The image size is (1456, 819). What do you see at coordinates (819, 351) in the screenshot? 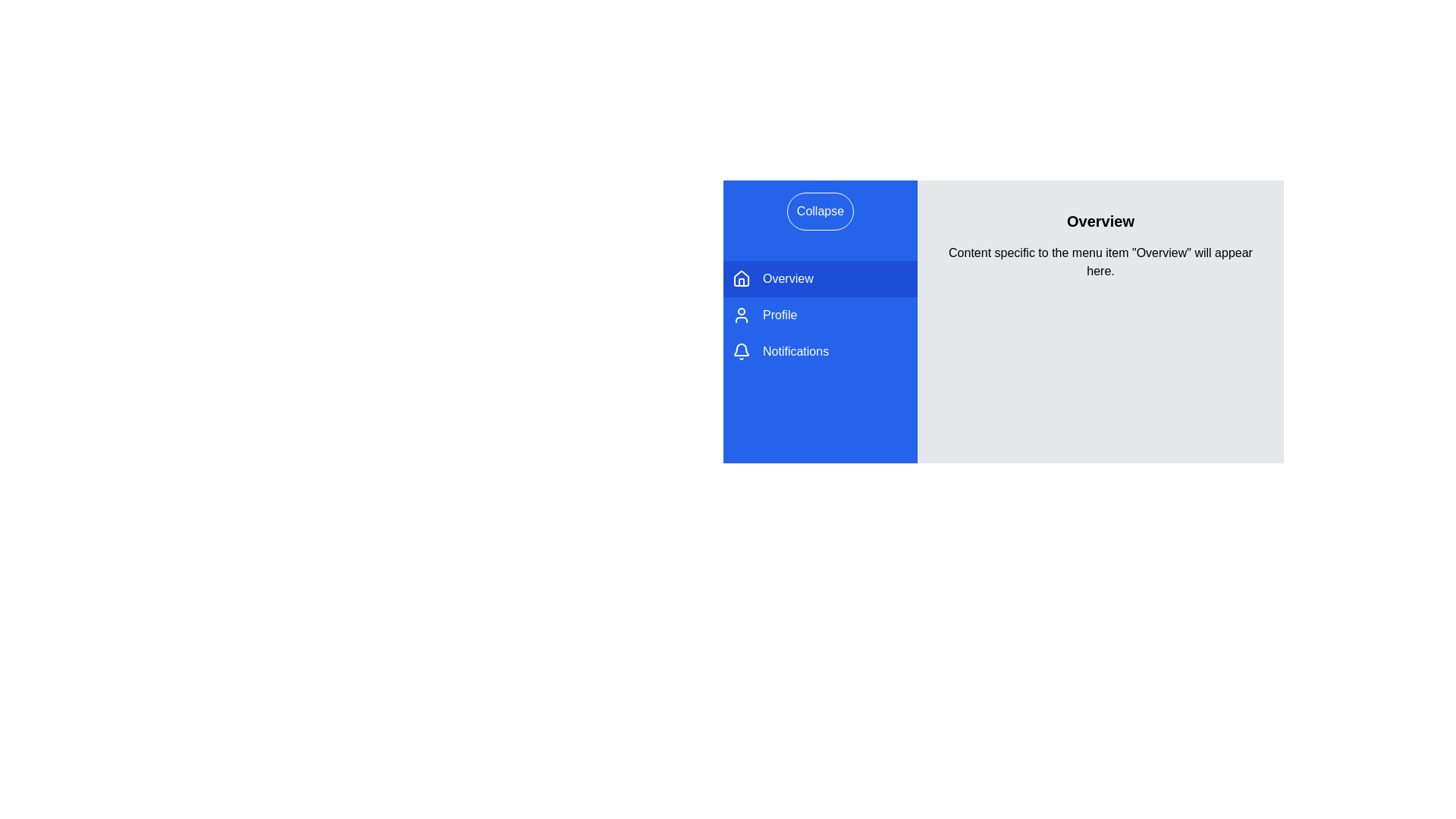
I see `the third menu item in the left navigation panel` at bounding box center [819, 351].